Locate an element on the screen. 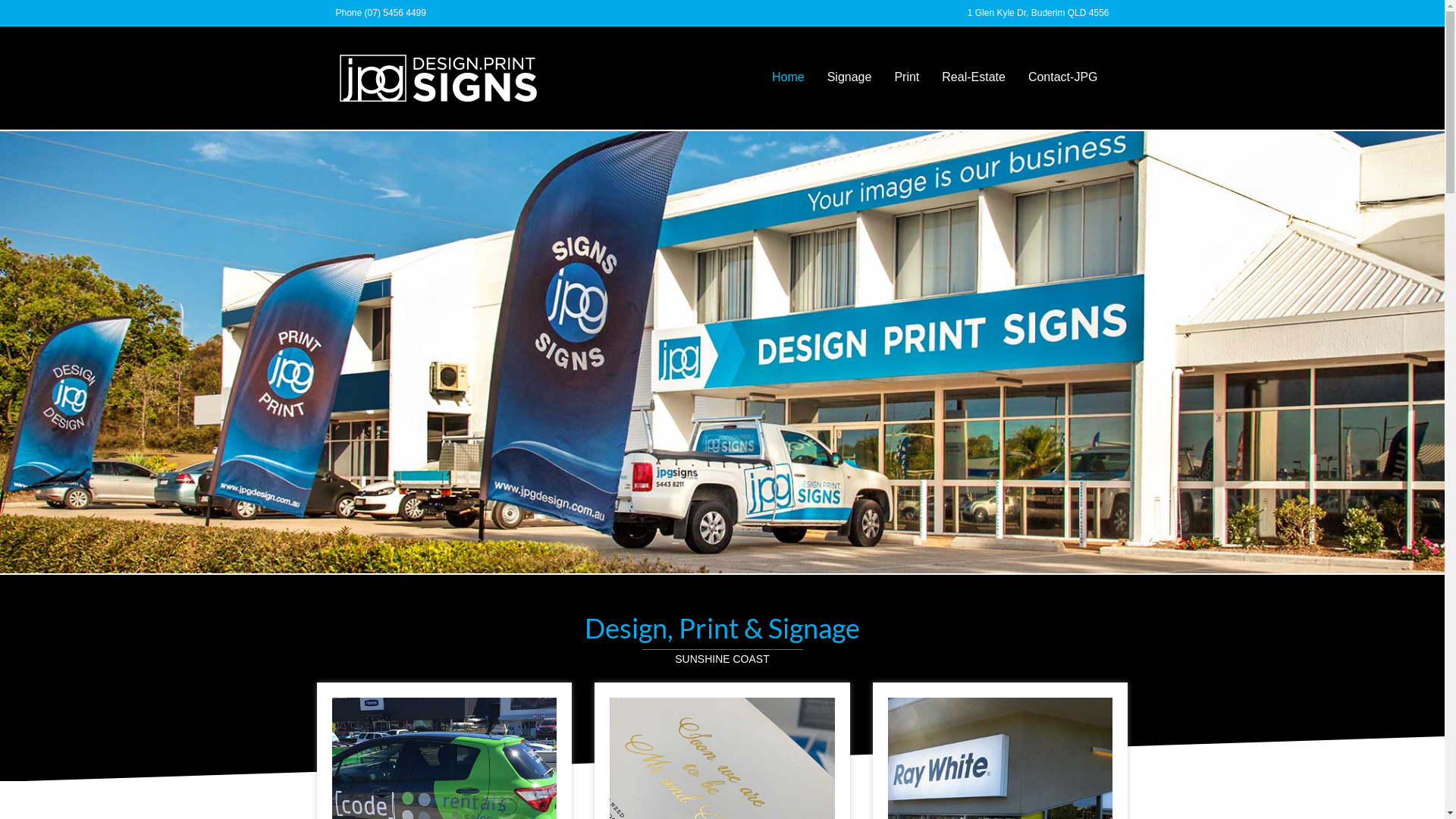  'Signage' is located at coordinates (849, 77).